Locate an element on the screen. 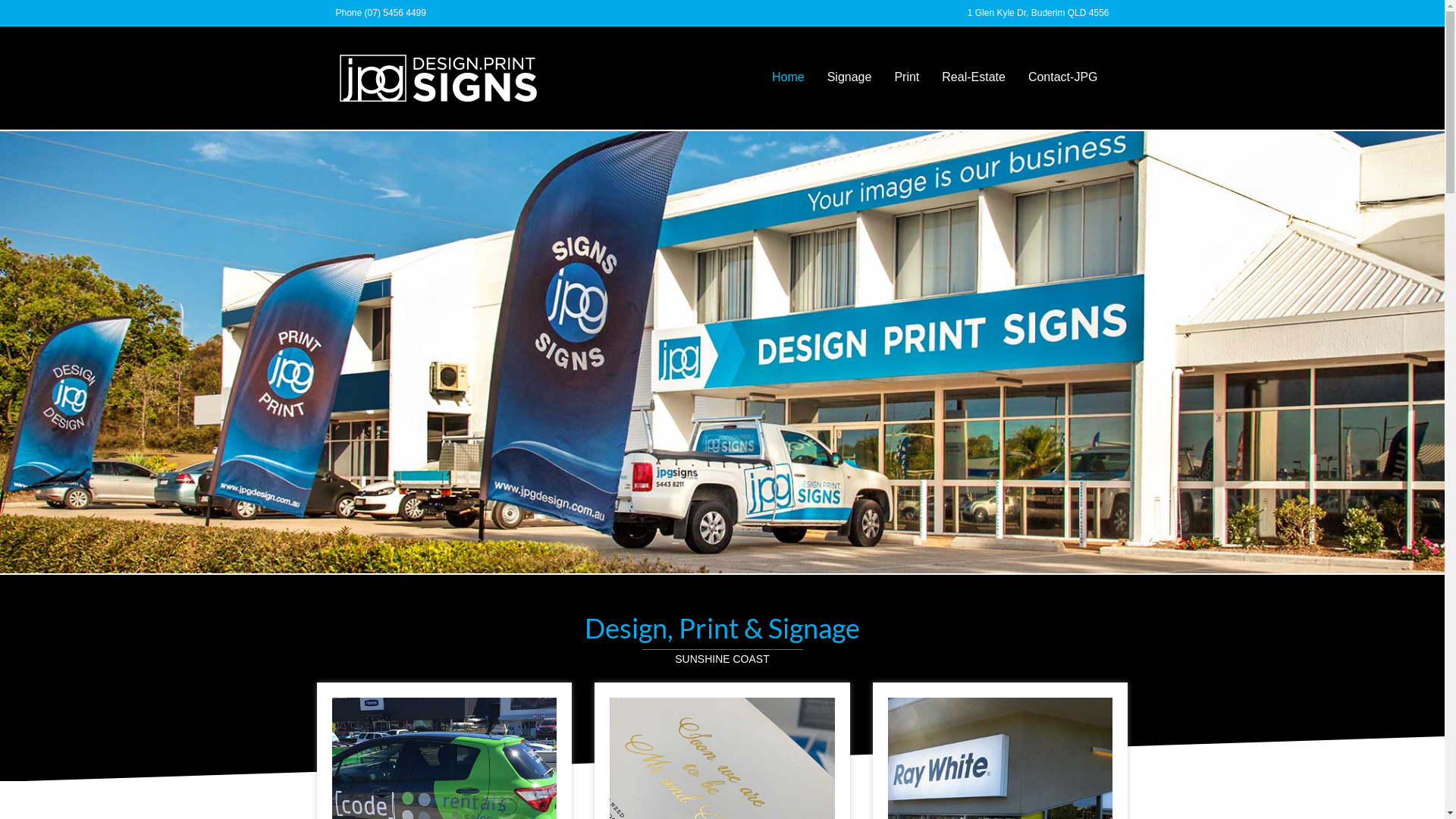  'Signage' is located at coordinates (849, 77).